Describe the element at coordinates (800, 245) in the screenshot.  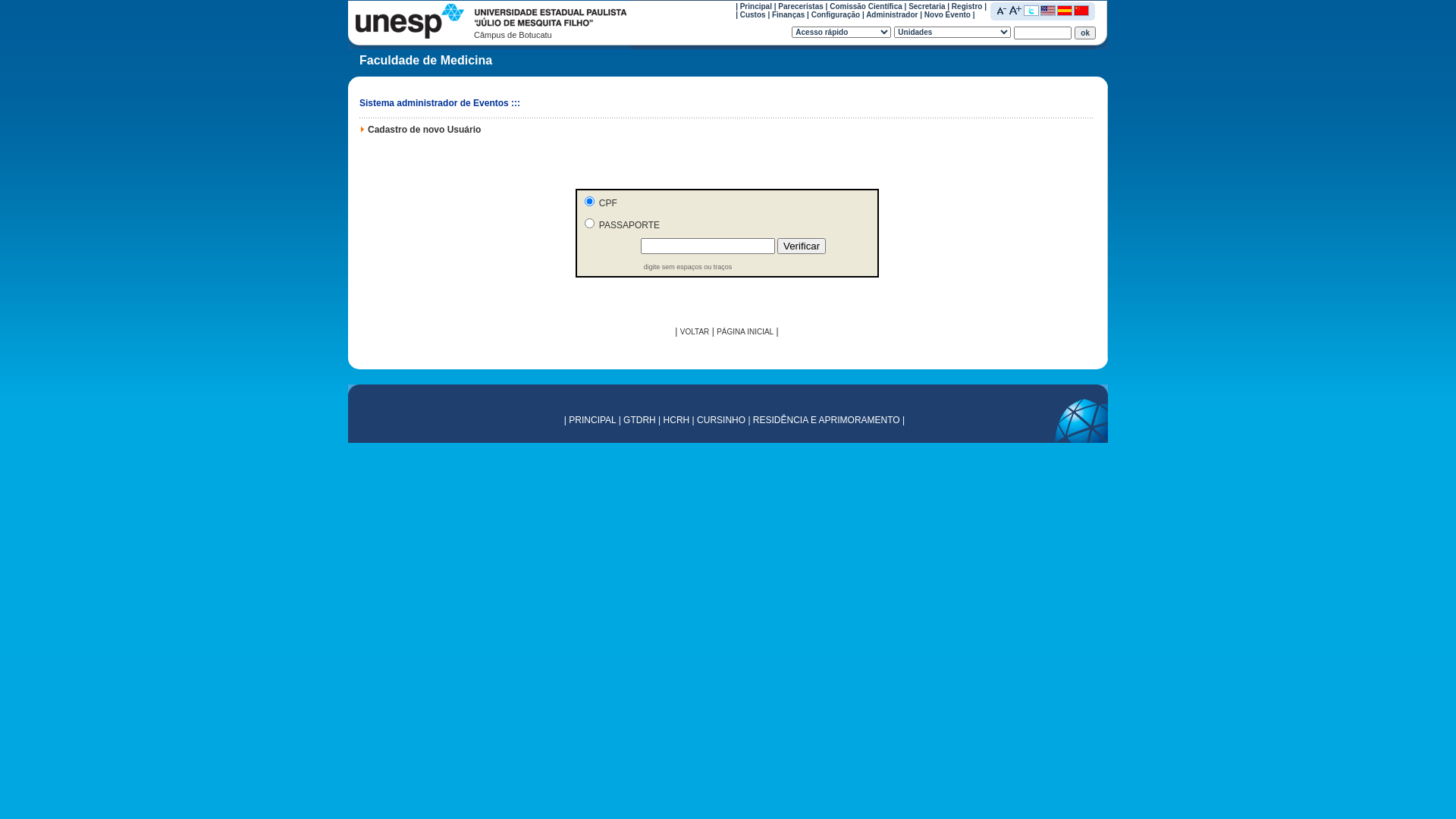
I see `'Verificar'` at that location.